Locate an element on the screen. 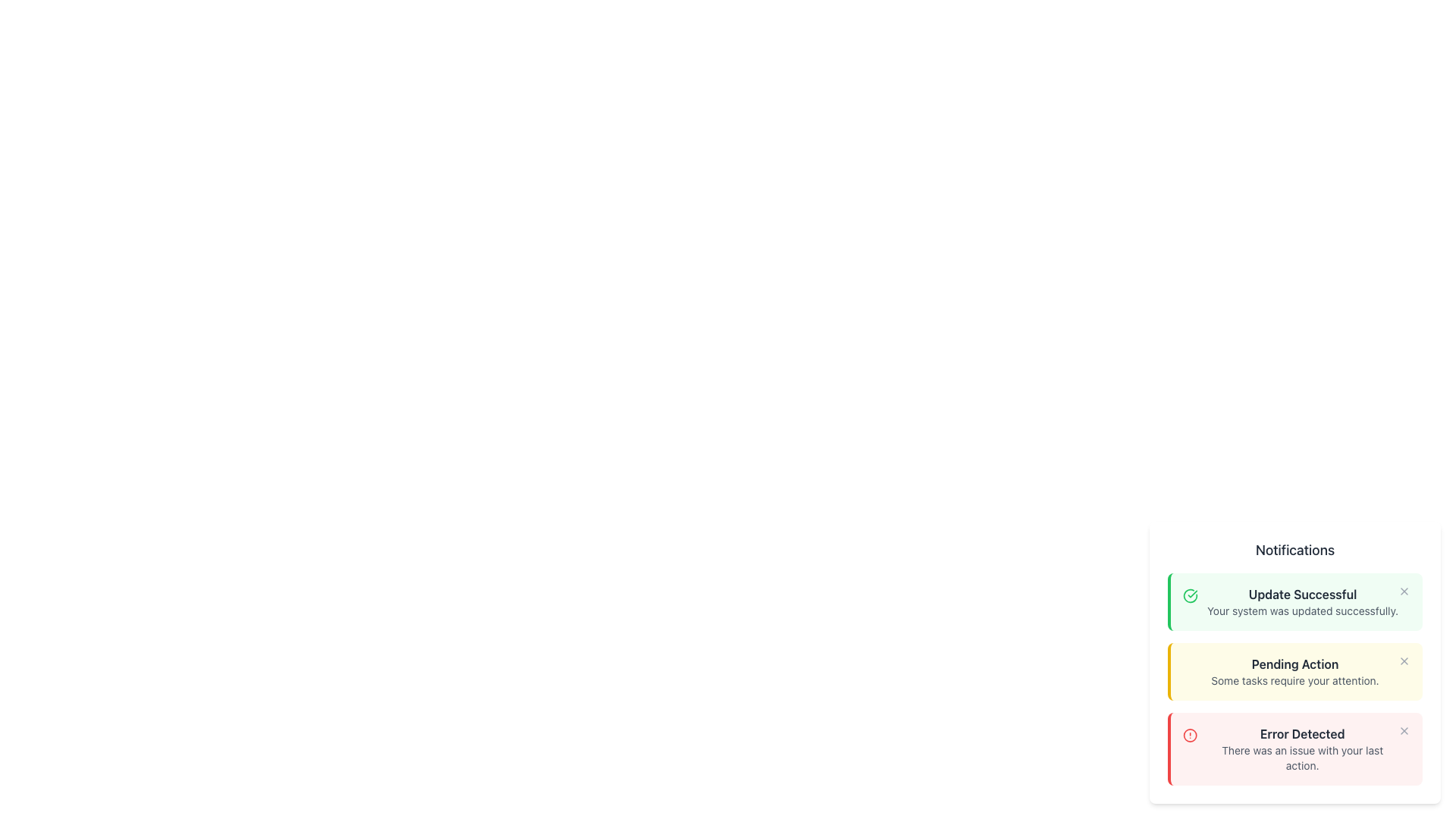 The image size is (1456, 819). the close button of the 'Pending Action' notification to observe a visual color change is located at coordinates (1404, 660).